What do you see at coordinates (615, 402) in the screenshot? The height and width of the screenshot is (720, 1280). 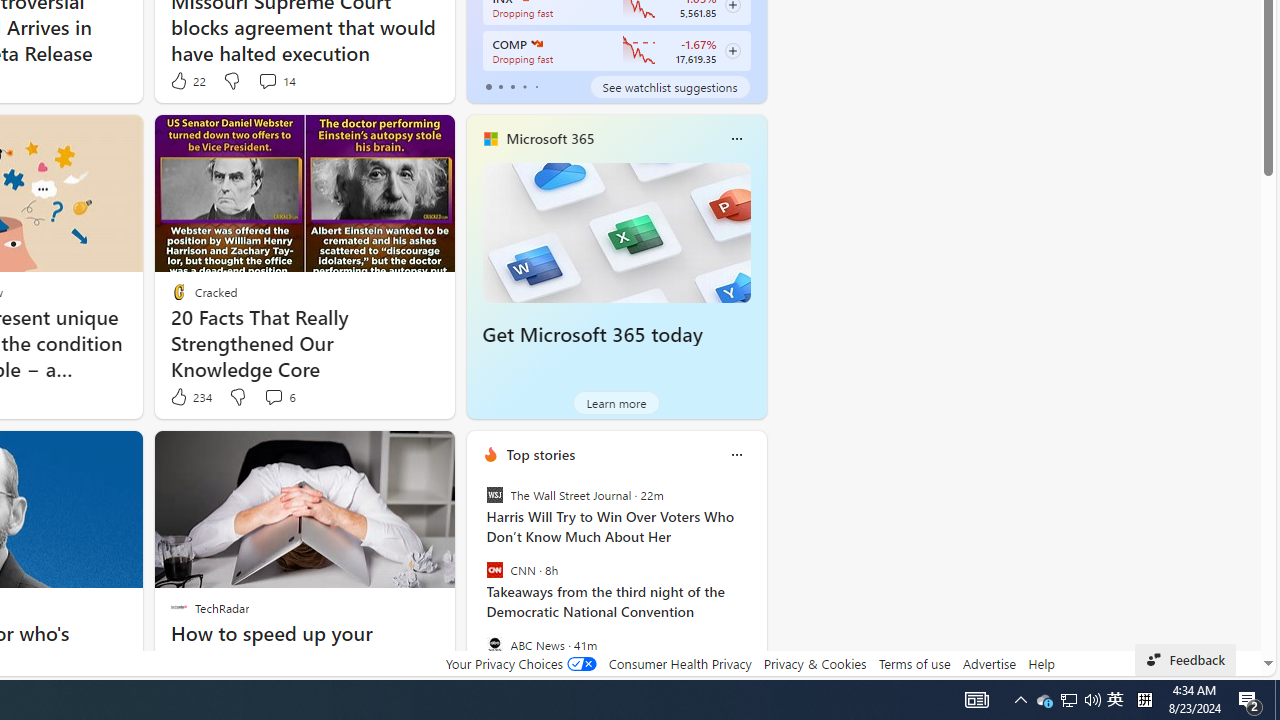 I see `'Learn more'` at bounding box center [615, 402].